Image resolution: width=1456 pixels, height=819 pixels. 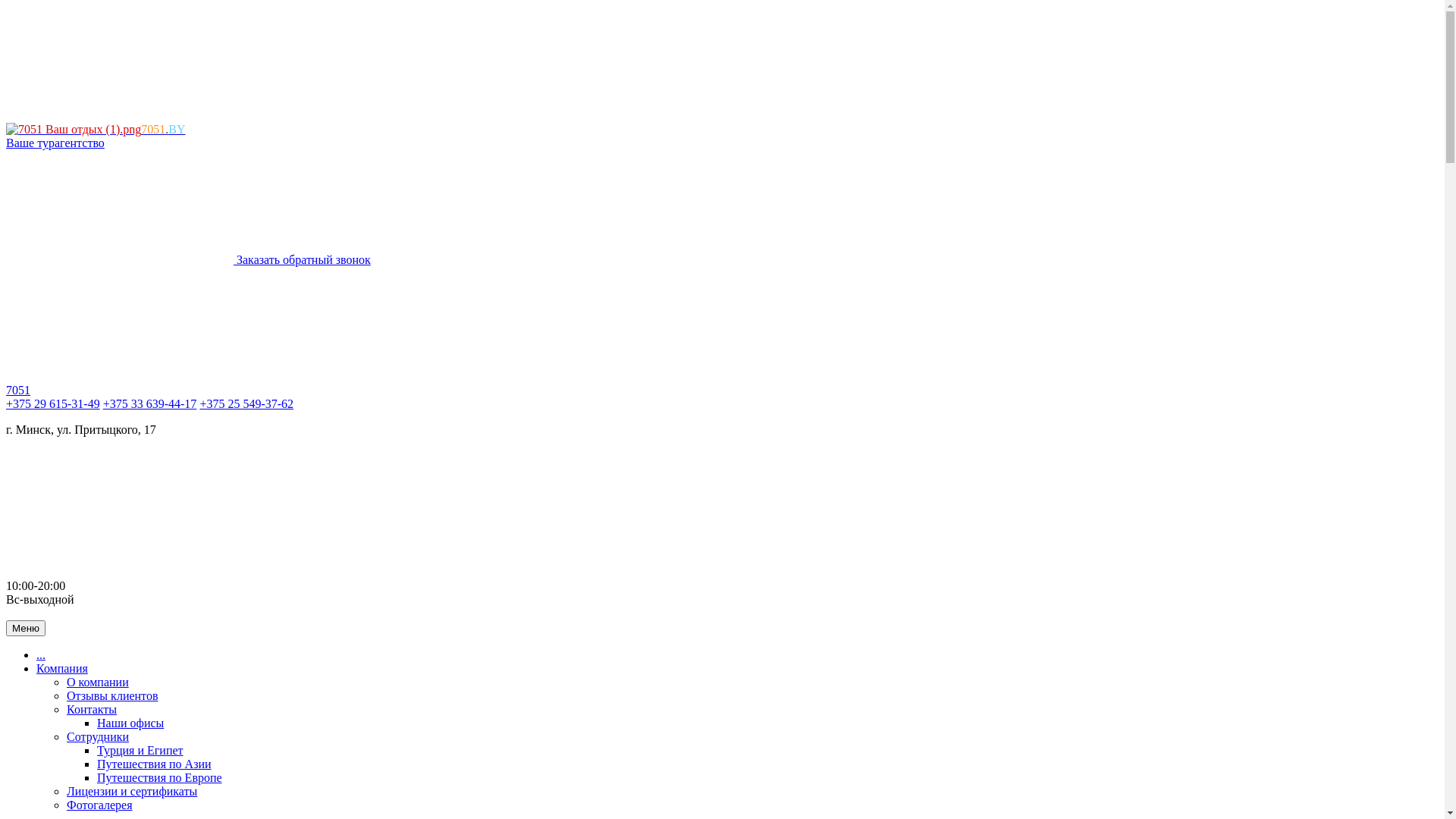 I want to click on '+375 29 615-31-49', so click(x=6, y=403).